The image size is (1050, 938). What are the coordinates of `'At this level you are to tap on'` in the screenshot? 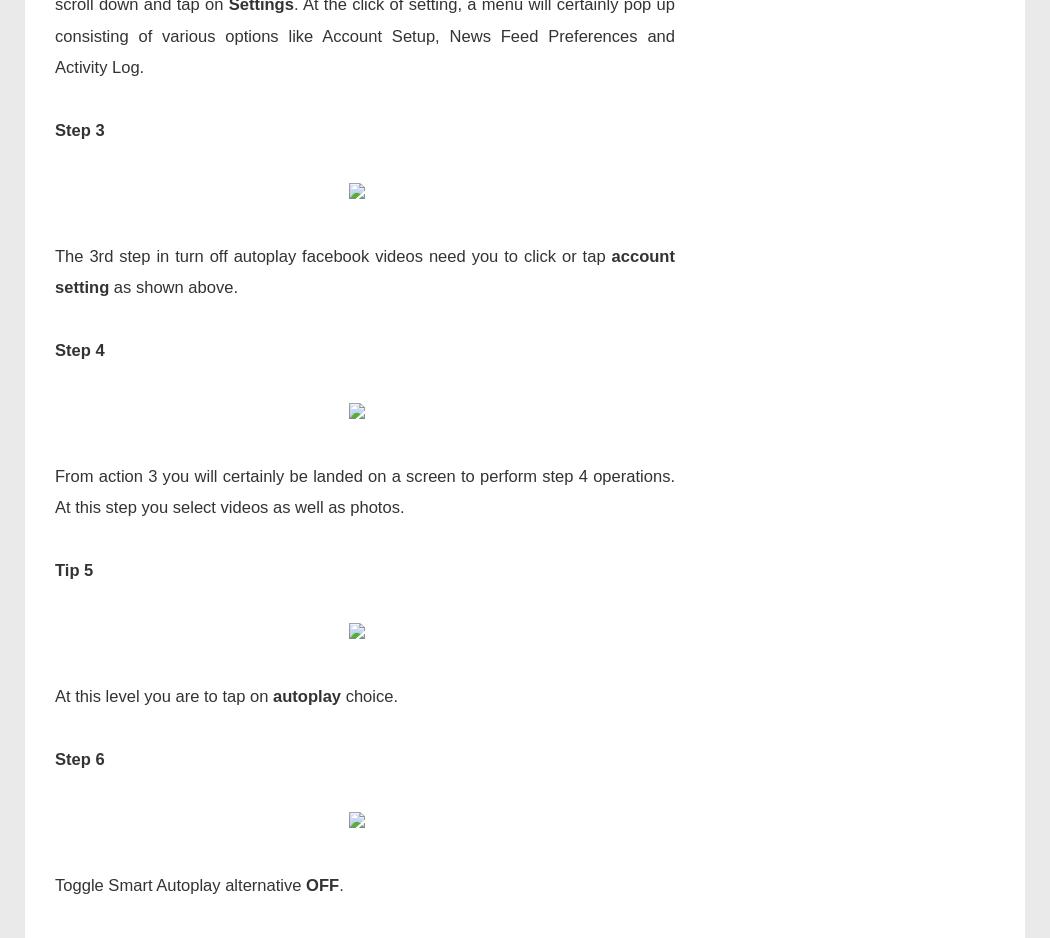 It's located at (164, 696).